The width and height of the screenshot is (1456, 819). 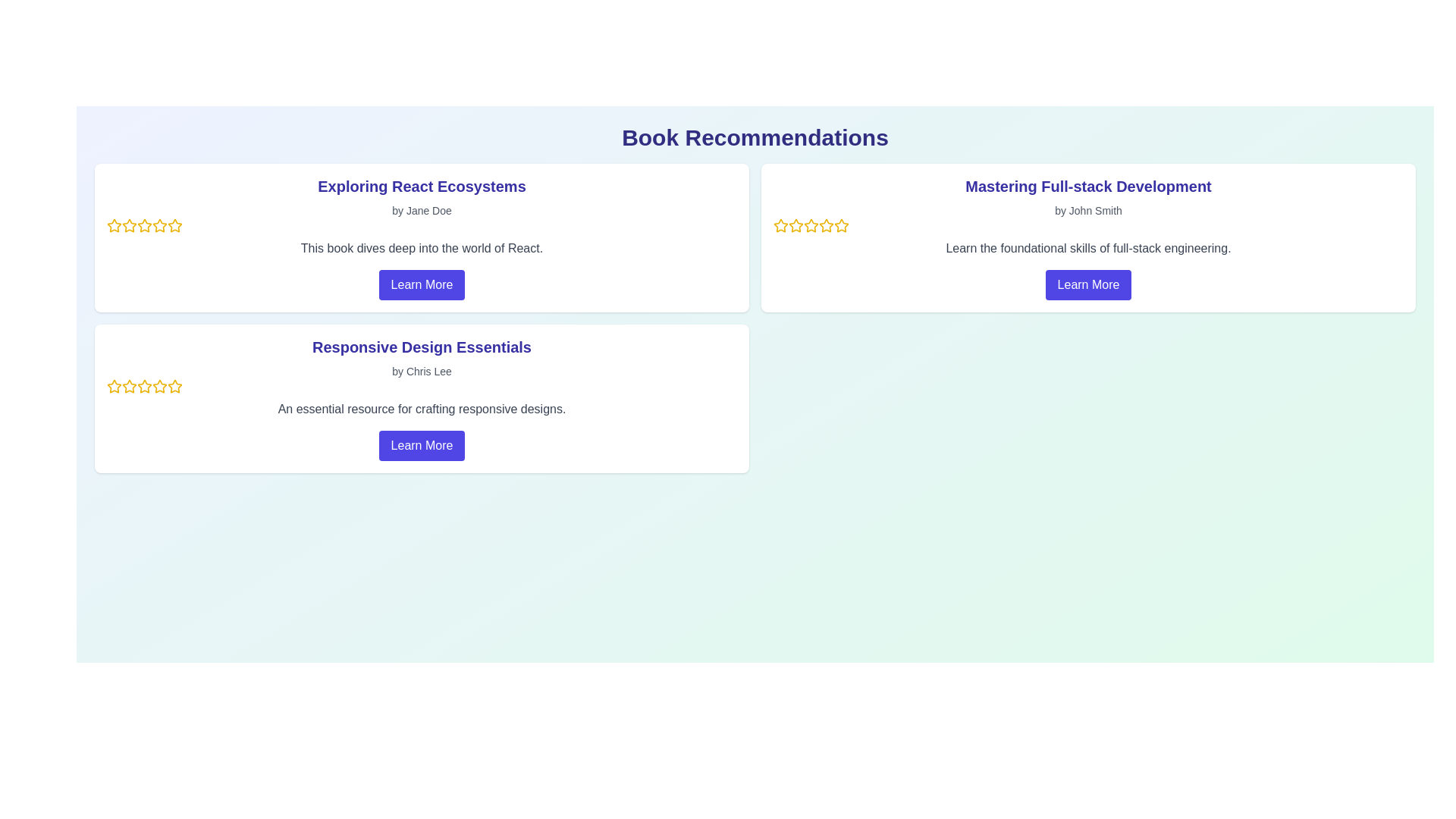 What do you see at coordinates (130, 385) in the screenshot?
I see `on the third star icon in the star rating system for the book 'Responsive Design Essentials' by Chris Lee` at bounding box center [130, 385].